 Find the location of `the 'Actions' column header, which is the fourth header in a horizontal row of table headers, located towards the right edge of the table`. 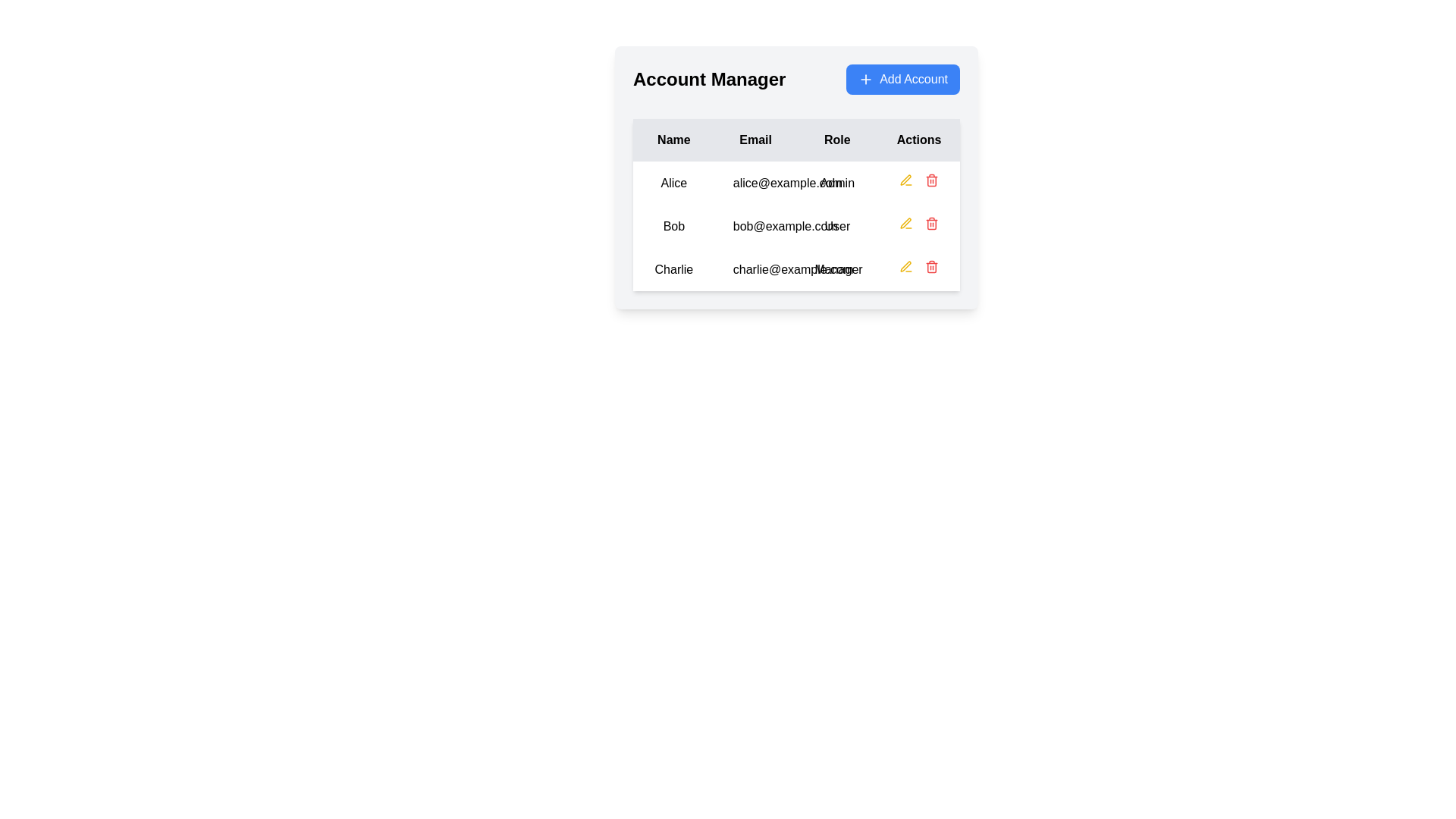

the 'Actions' column header, which is the fourth header in a horizontal row of table headers, located towards the right edge of the table is located at coordinates (918, 140).